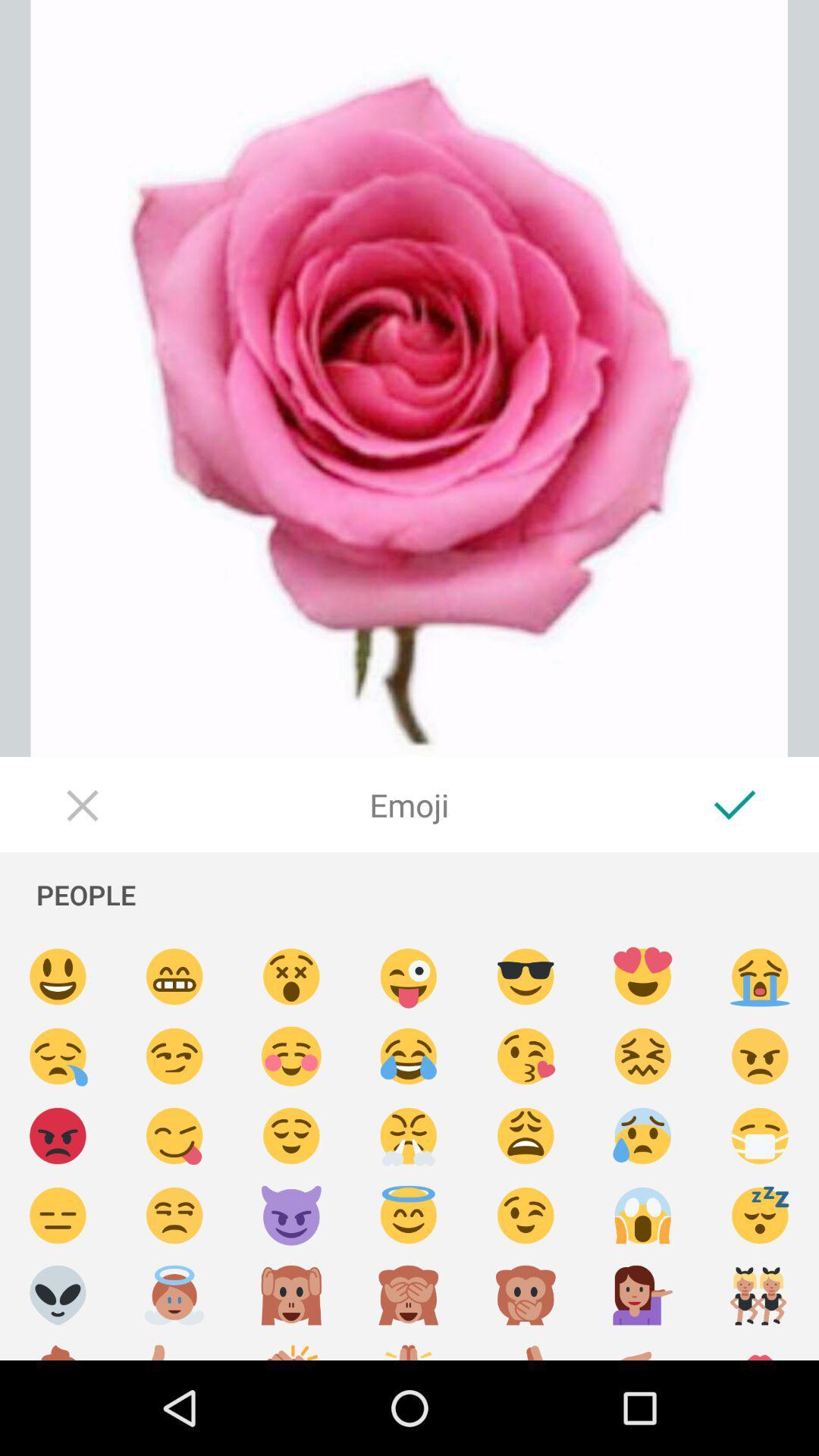 The width and height of the screenshot is (819, 1456). I want to click on dead emoji, so click(291, 977).